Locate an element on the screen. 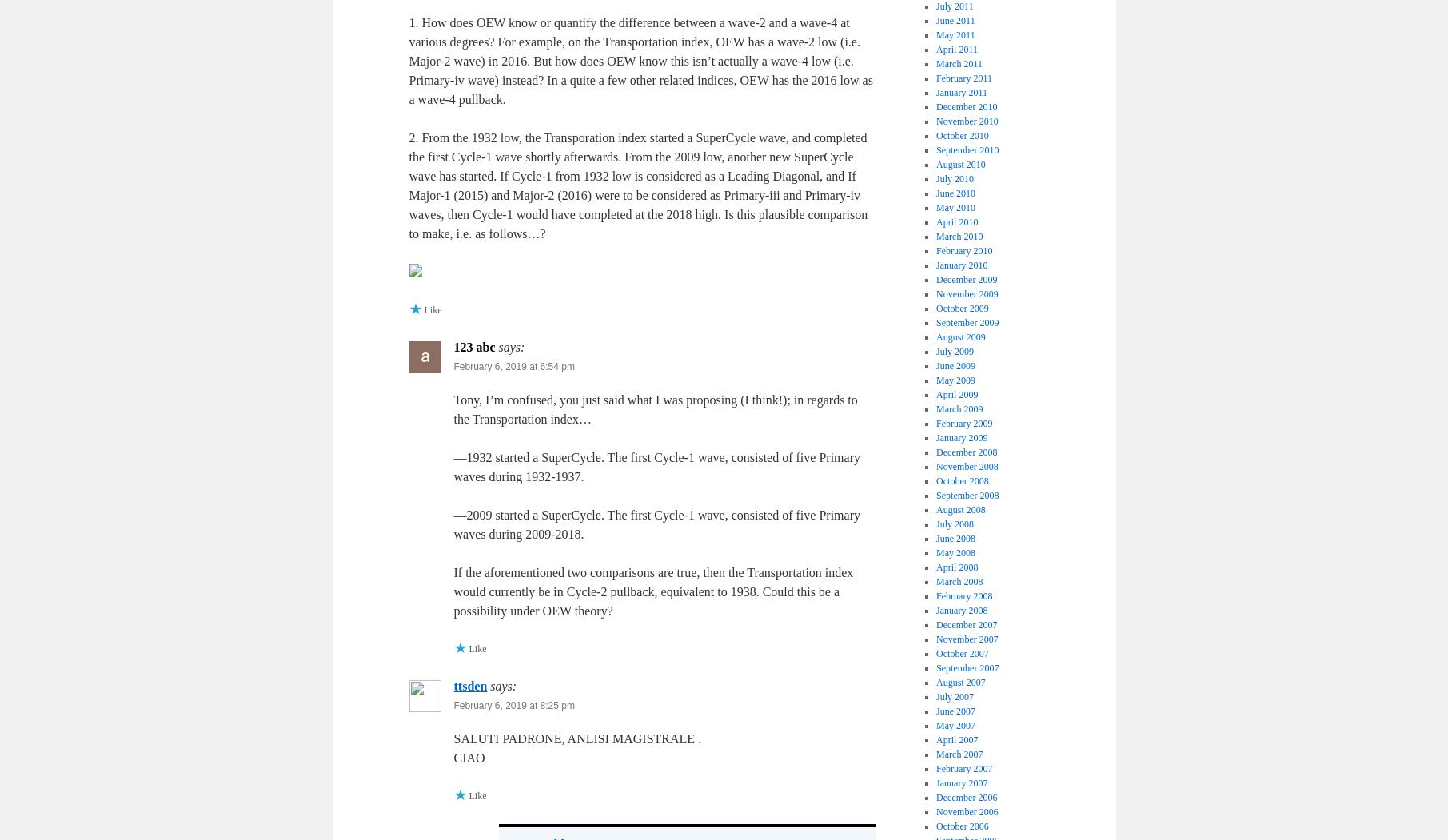  'October 2007' is located at coordinates (961, 653).